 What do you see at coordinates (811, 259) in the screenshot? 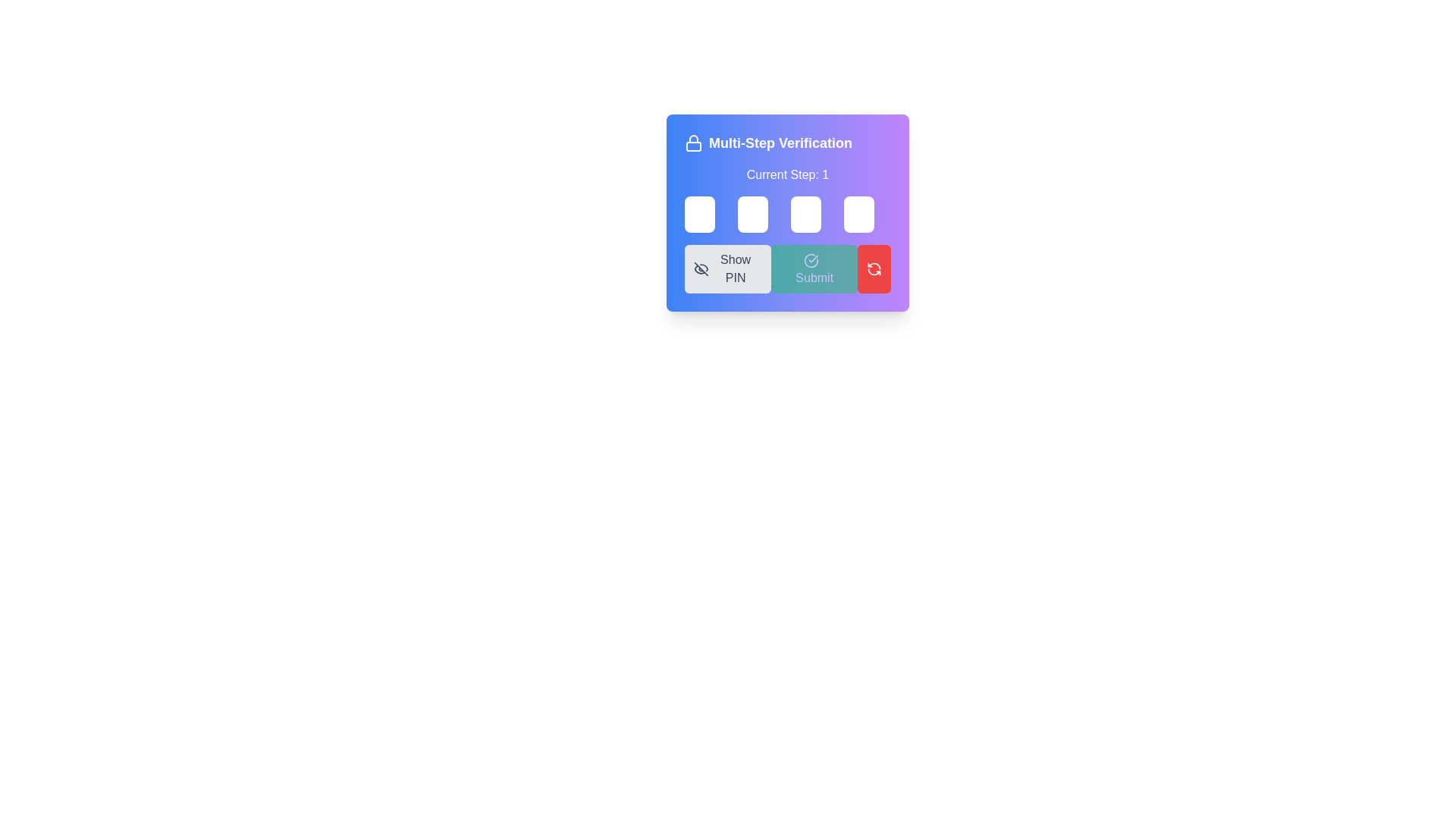
I see `the circular checkmark icon located within the green 'Submit' button in the multi-step verification panel, if enabled` at bounding box center [811, 259].